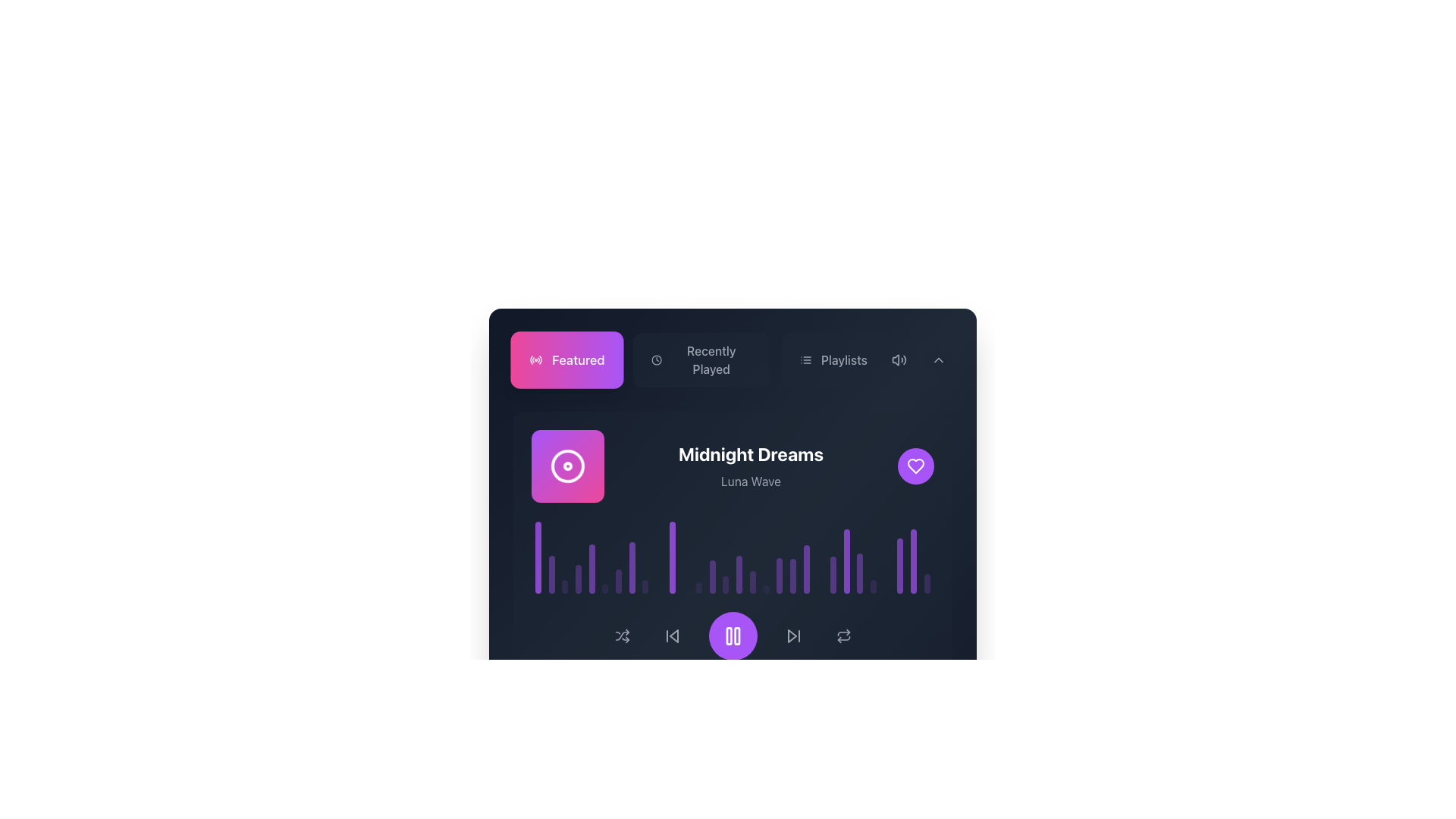  What do you see at coordinates (899, 359) in the screenshot?
I see `the circular button with a speaker icon` at bounding box center [899, 359].